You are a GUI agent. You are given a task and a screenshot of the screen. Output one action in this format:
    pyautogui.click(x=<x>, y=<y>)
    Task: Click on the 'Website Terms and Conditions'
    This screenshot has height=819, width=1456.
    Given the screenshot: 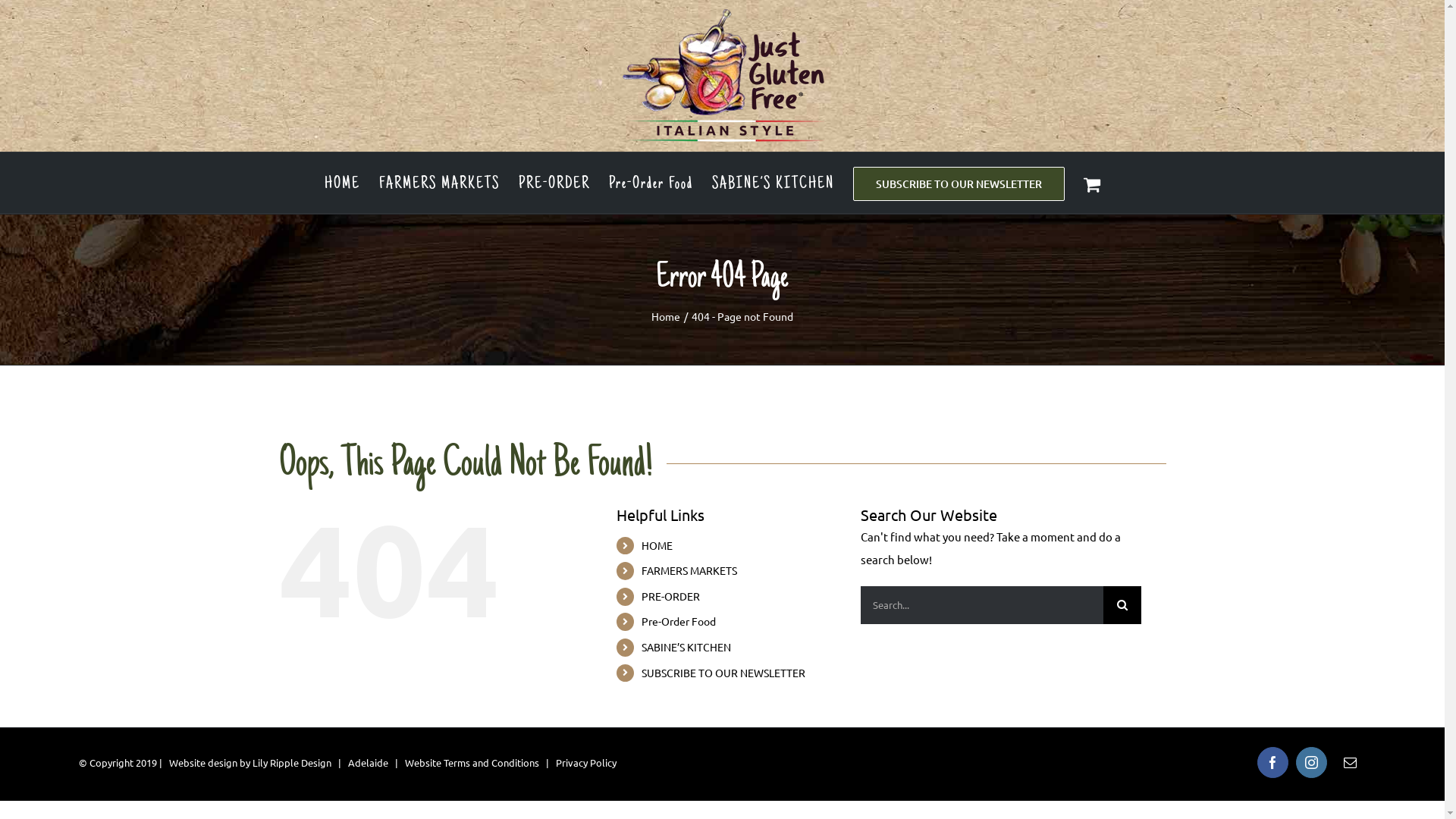 What is the action you would take?
    pyautogui.click(x=404, y=762)
    